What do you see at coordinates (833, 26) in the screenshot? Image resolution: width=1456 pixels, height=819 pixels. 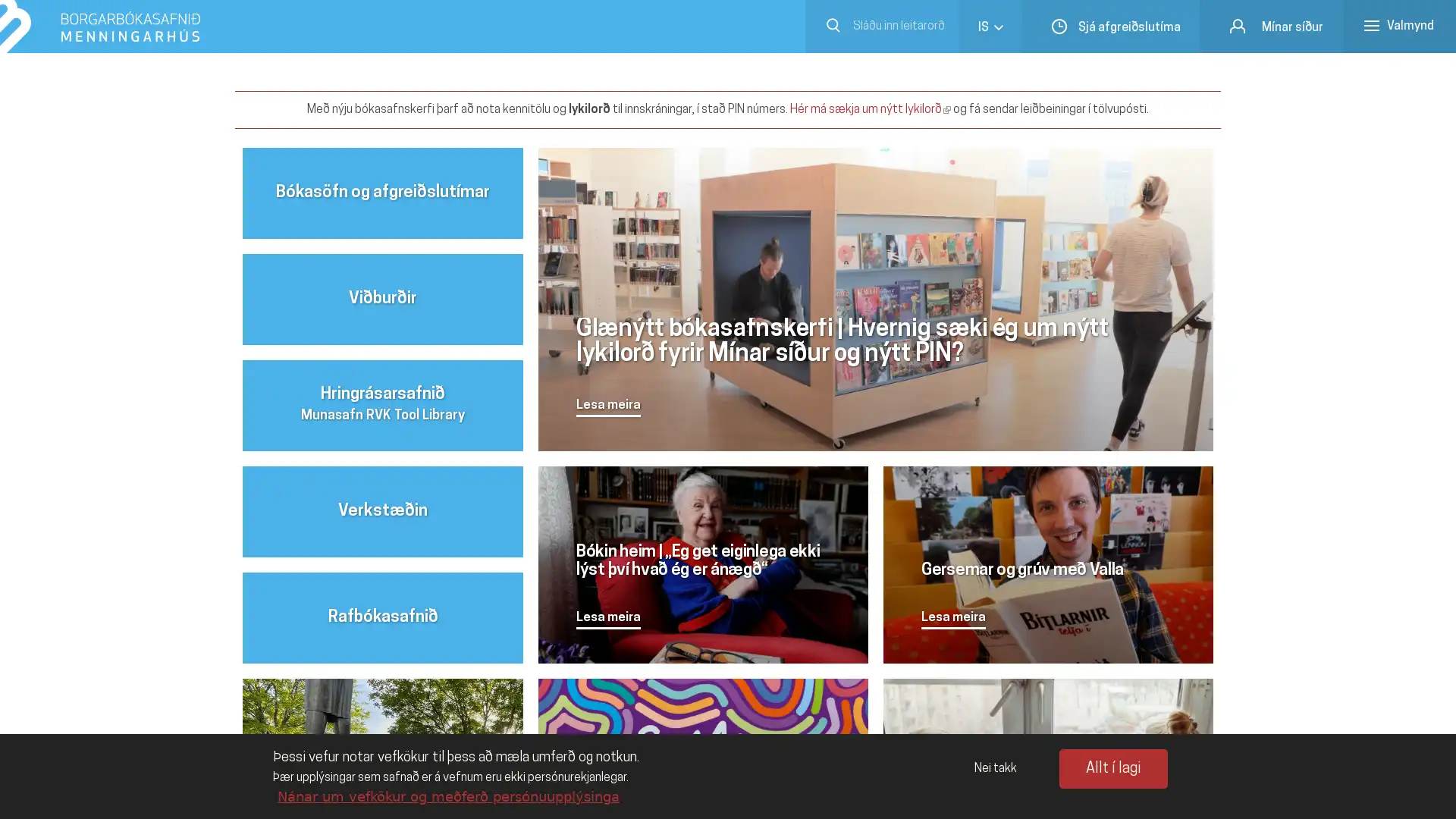 I see `Submit` at bounding box center [833, 26].